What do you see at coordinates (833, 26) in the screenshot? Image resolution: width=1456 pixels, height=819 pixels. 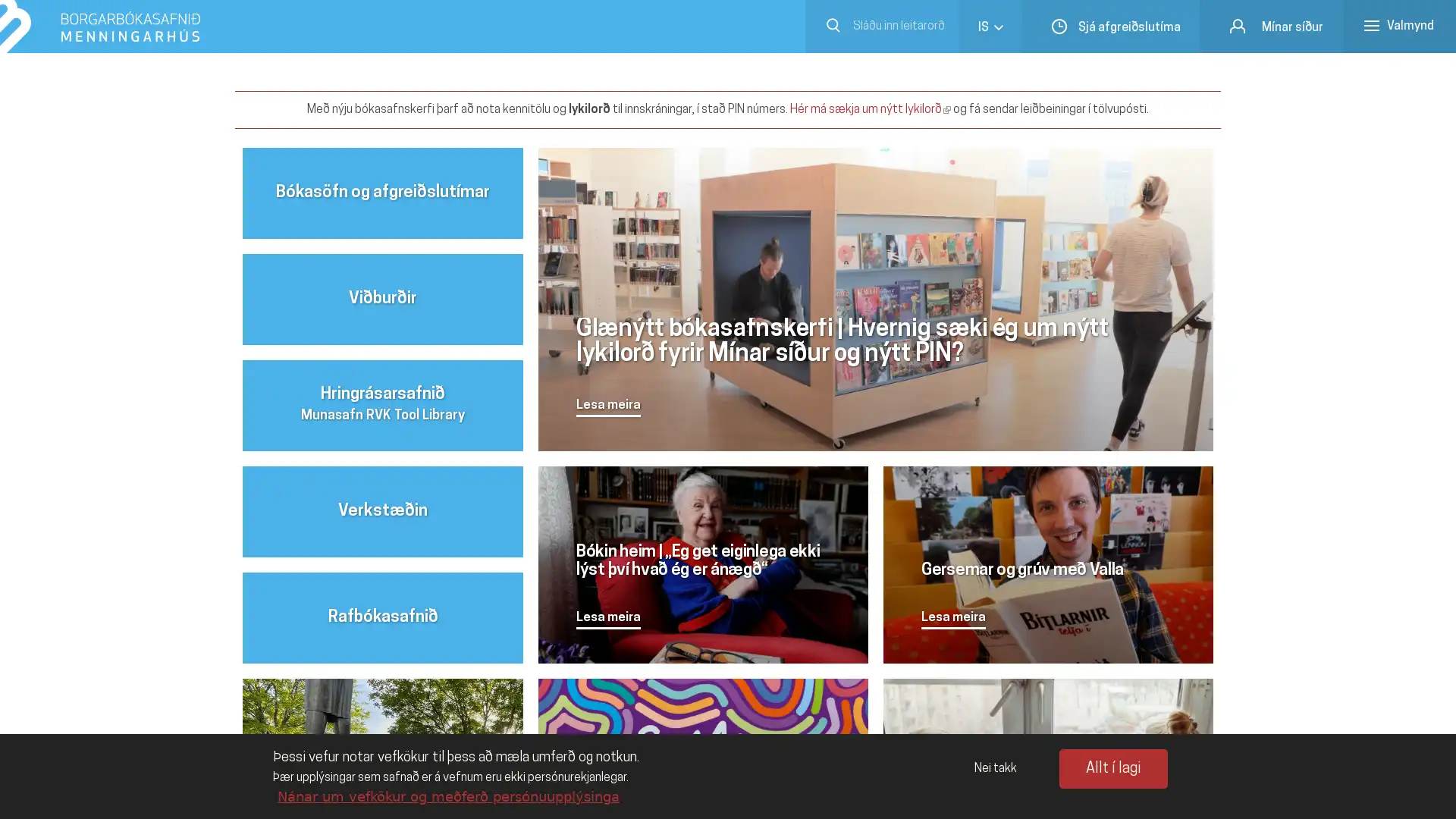 I see `Submit` at bounding box center [833, 26].